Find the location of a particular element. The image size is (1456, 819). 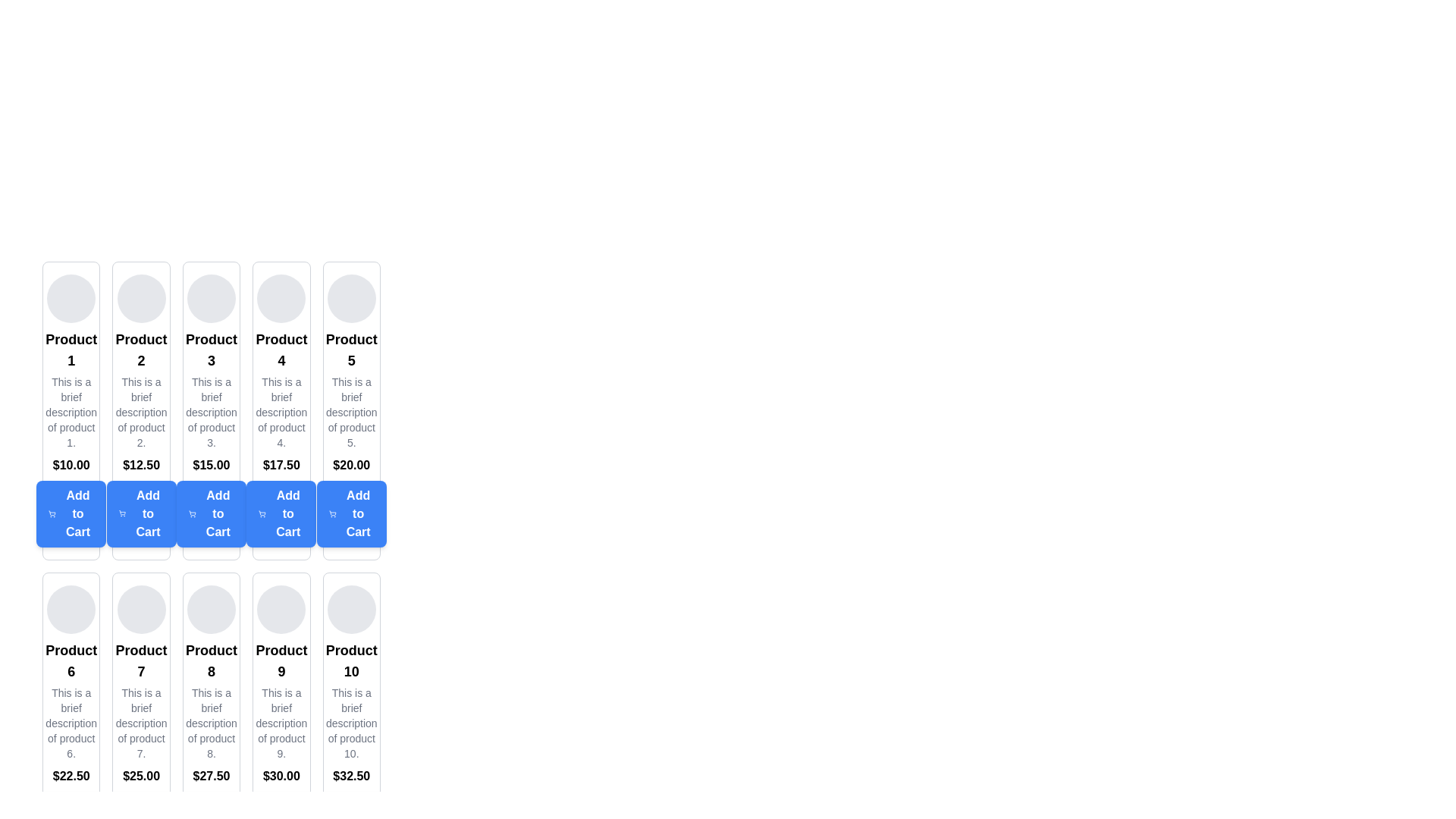

the price text label displaying '$32.50' located in the last product card below 'Product 10' description and above the 'Add to Cart' button is located at coordinates (350, 776).